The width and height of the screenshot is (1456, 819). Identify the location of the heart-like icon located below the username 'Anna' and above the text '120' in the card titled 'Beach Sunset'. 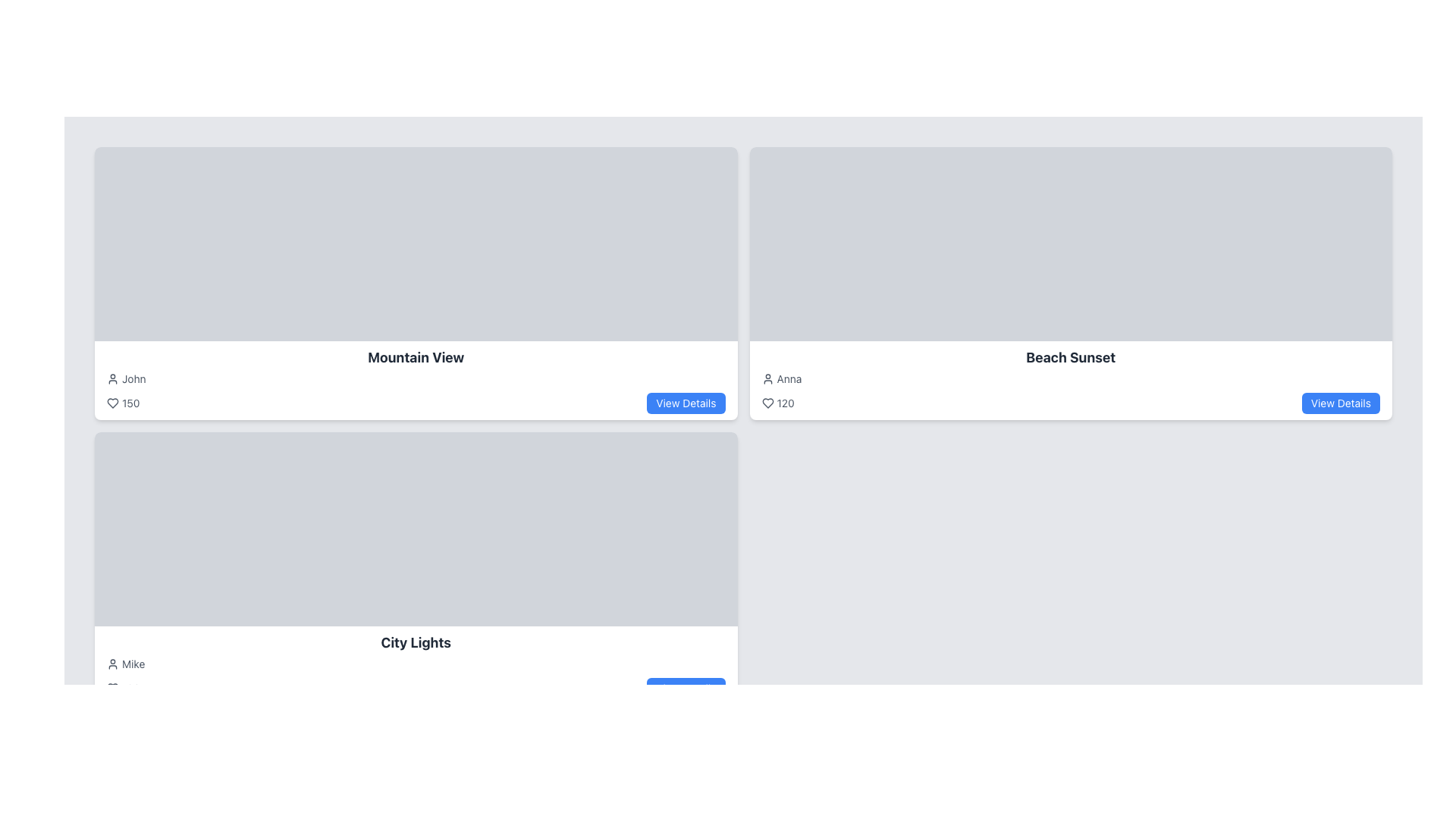
(767, 403).